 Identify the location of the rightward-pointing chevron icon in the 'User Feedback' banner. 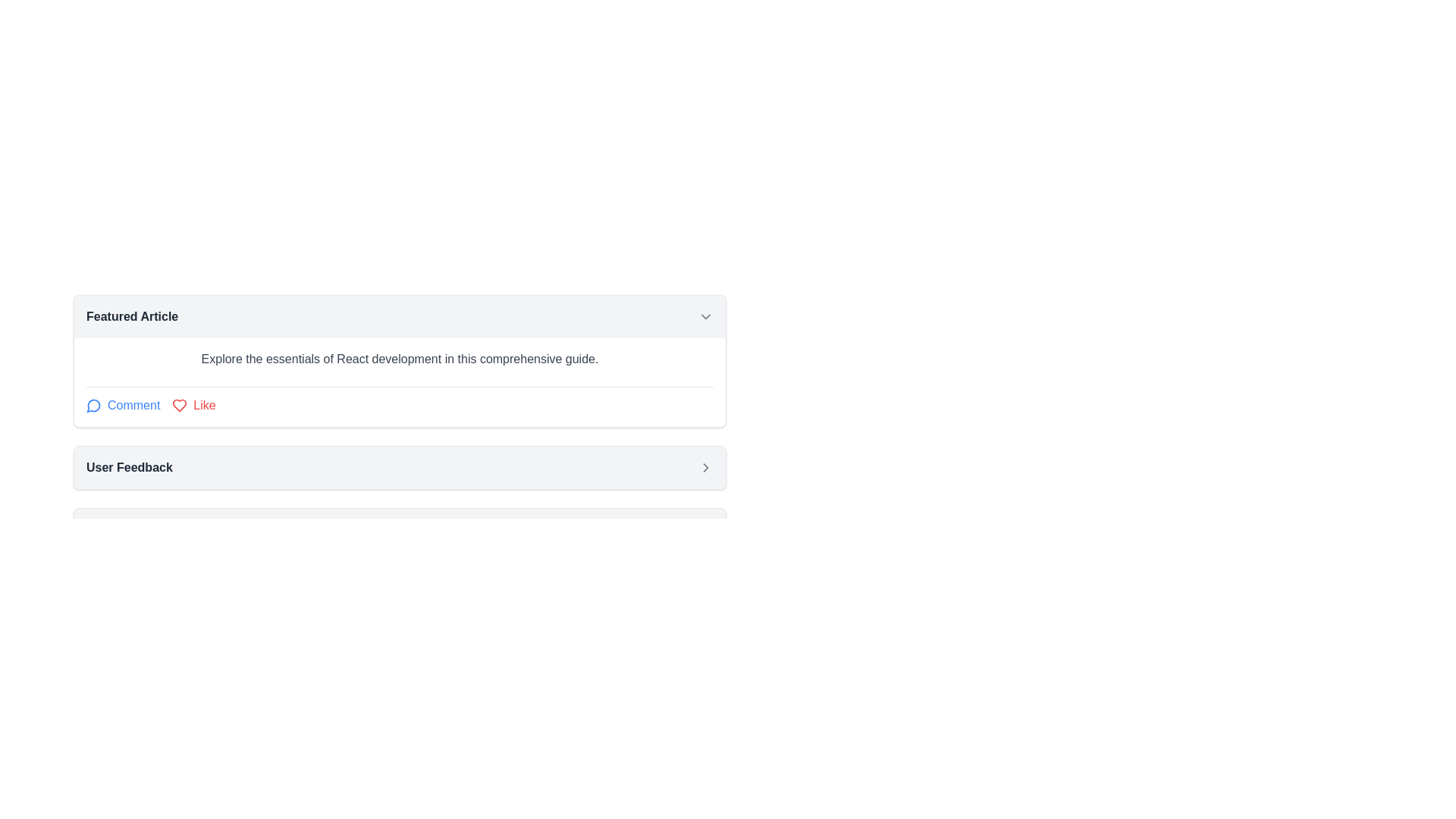
(705, 467).